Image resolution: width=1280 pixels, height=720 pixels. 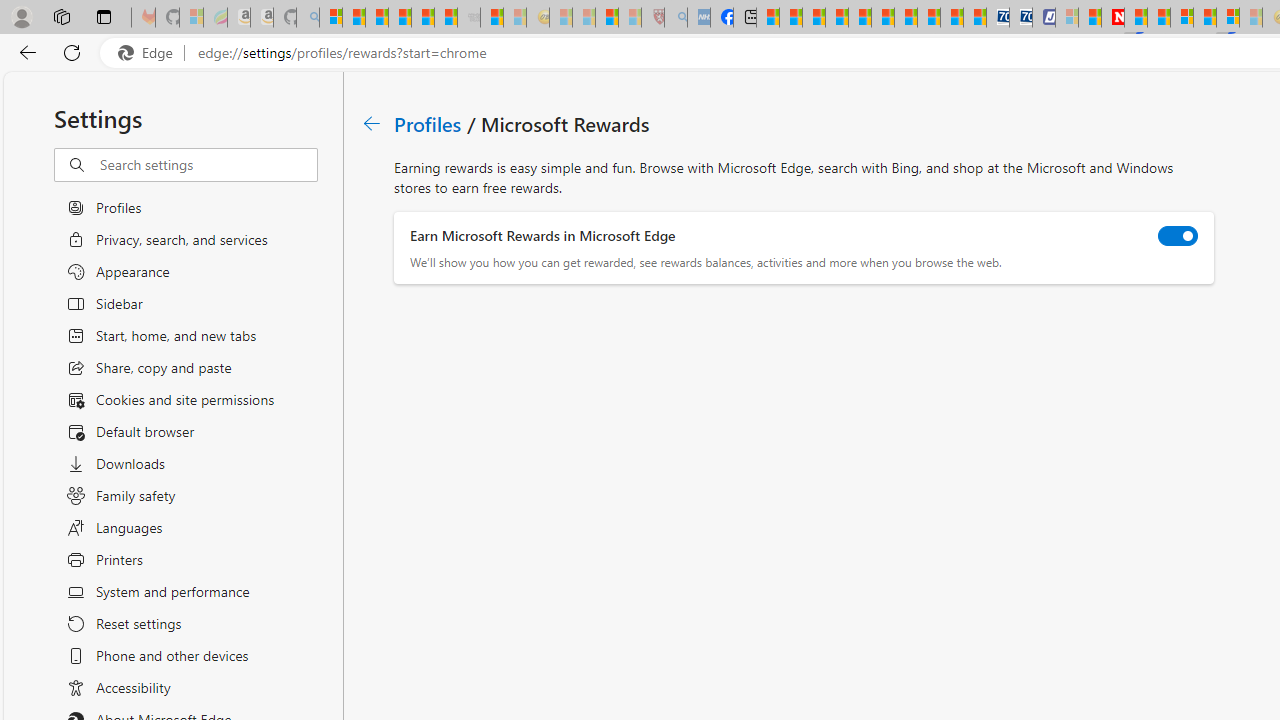 I want to click on 'Go back to Profiles page.', so click(x=372, y=123).